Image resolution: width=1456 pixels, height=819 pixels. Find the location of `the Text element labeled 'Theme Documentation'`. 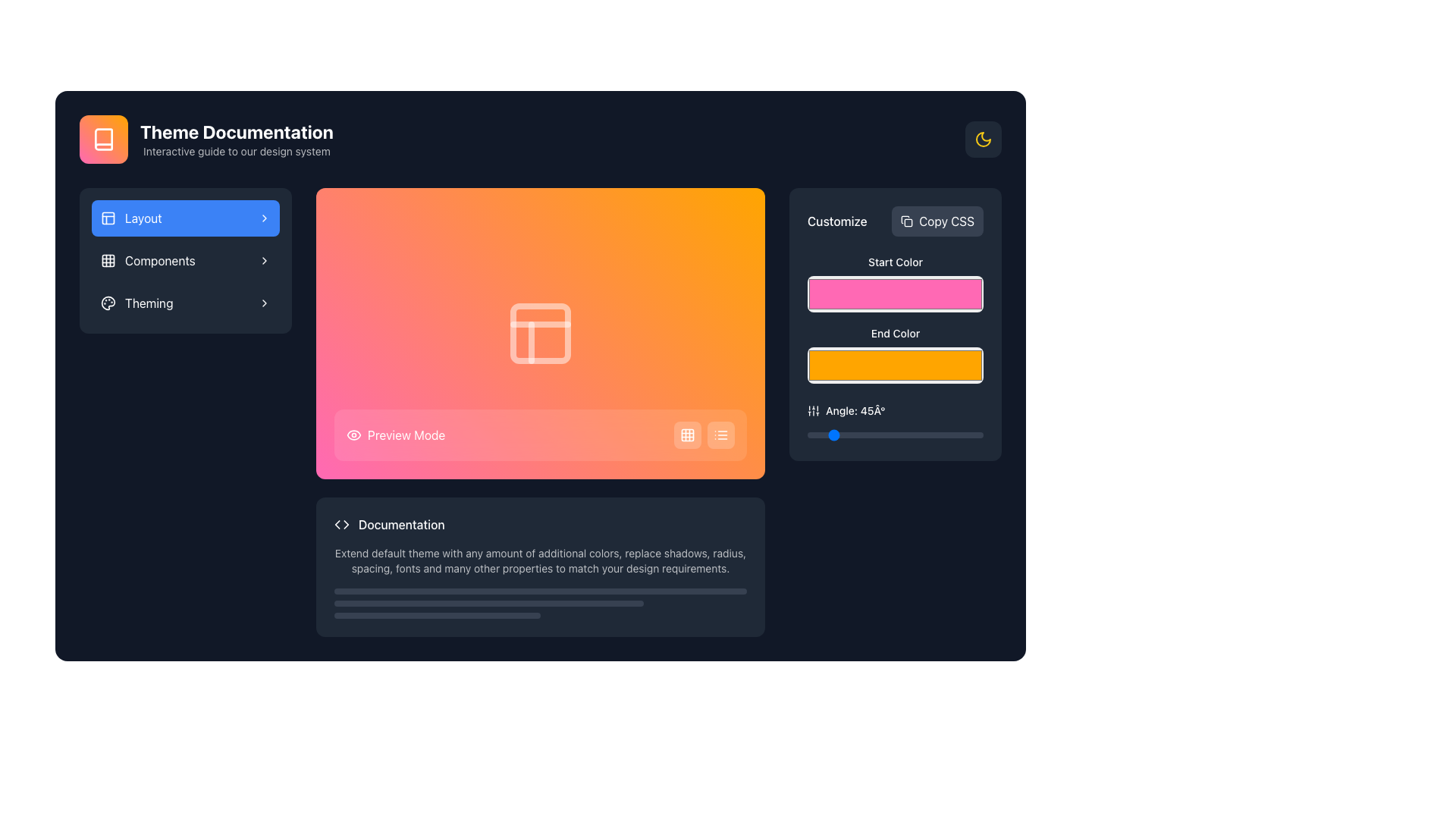

the Text element labeled 'Theme Documentation' is located at coordinates (236, 140).